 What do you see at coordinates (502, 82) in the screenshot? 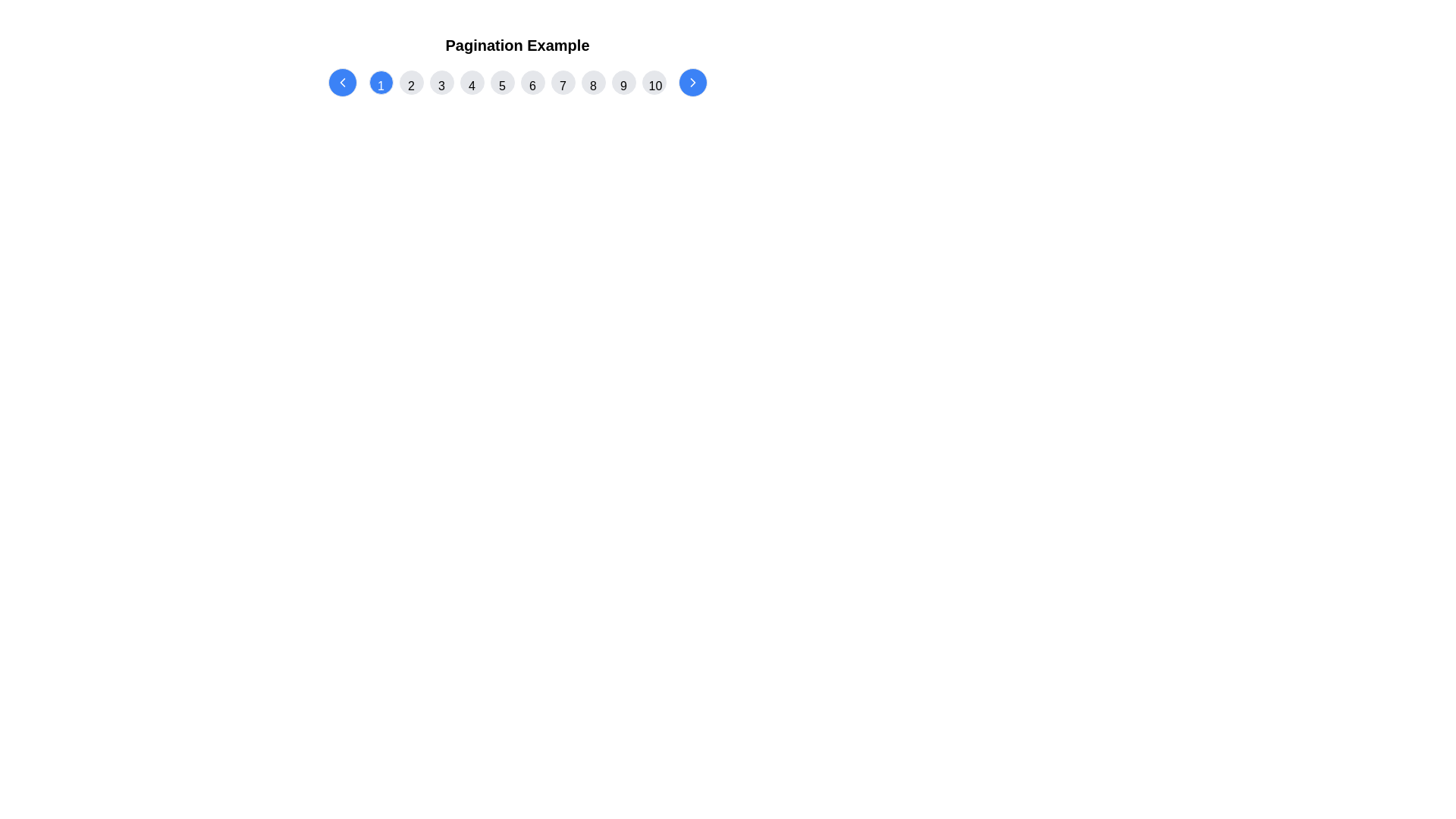
I see `the fifth pagination button` at bounding box center [502, 82].